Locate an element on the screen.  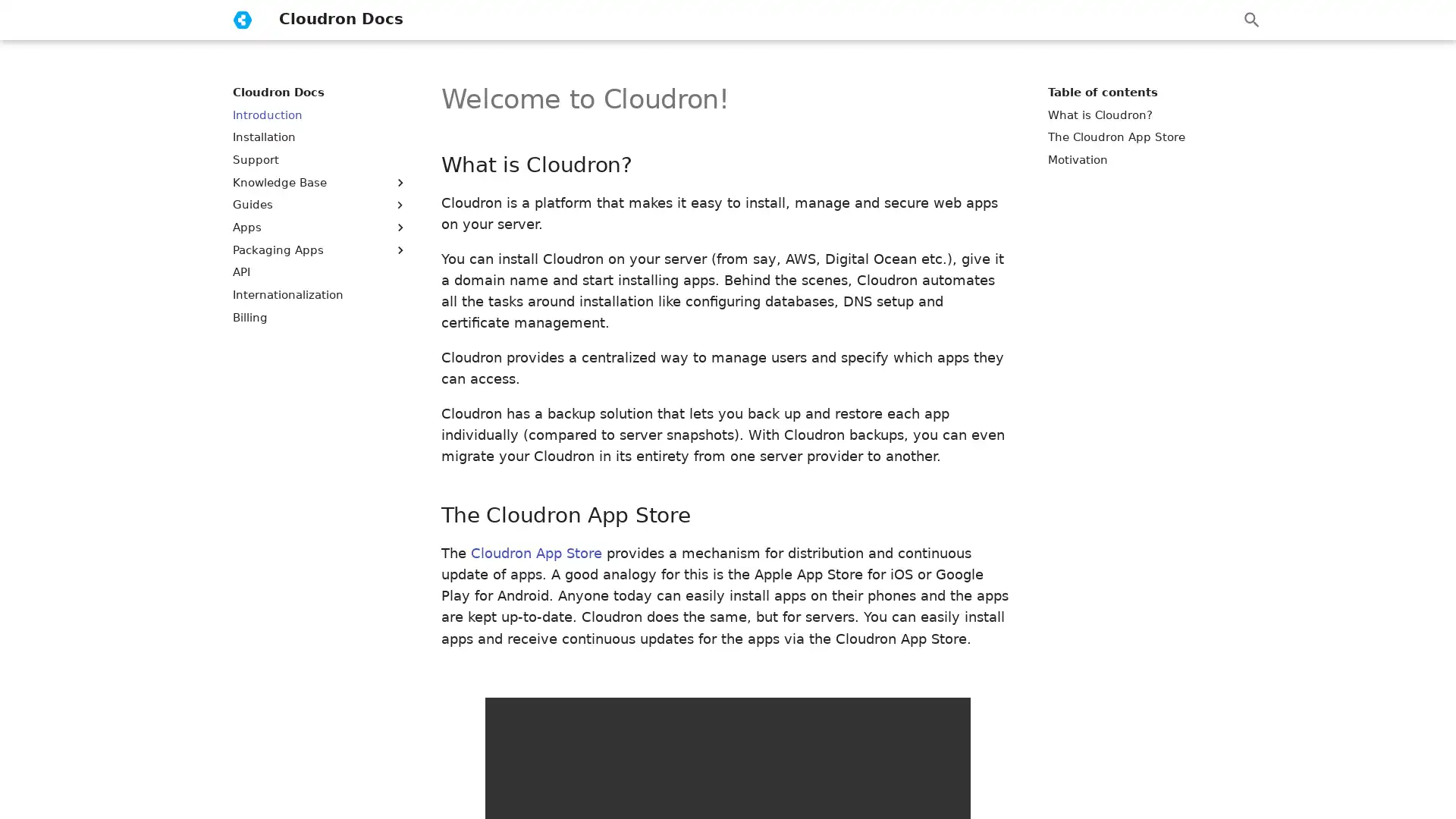
Clear is located at coordinates (1215, 20).